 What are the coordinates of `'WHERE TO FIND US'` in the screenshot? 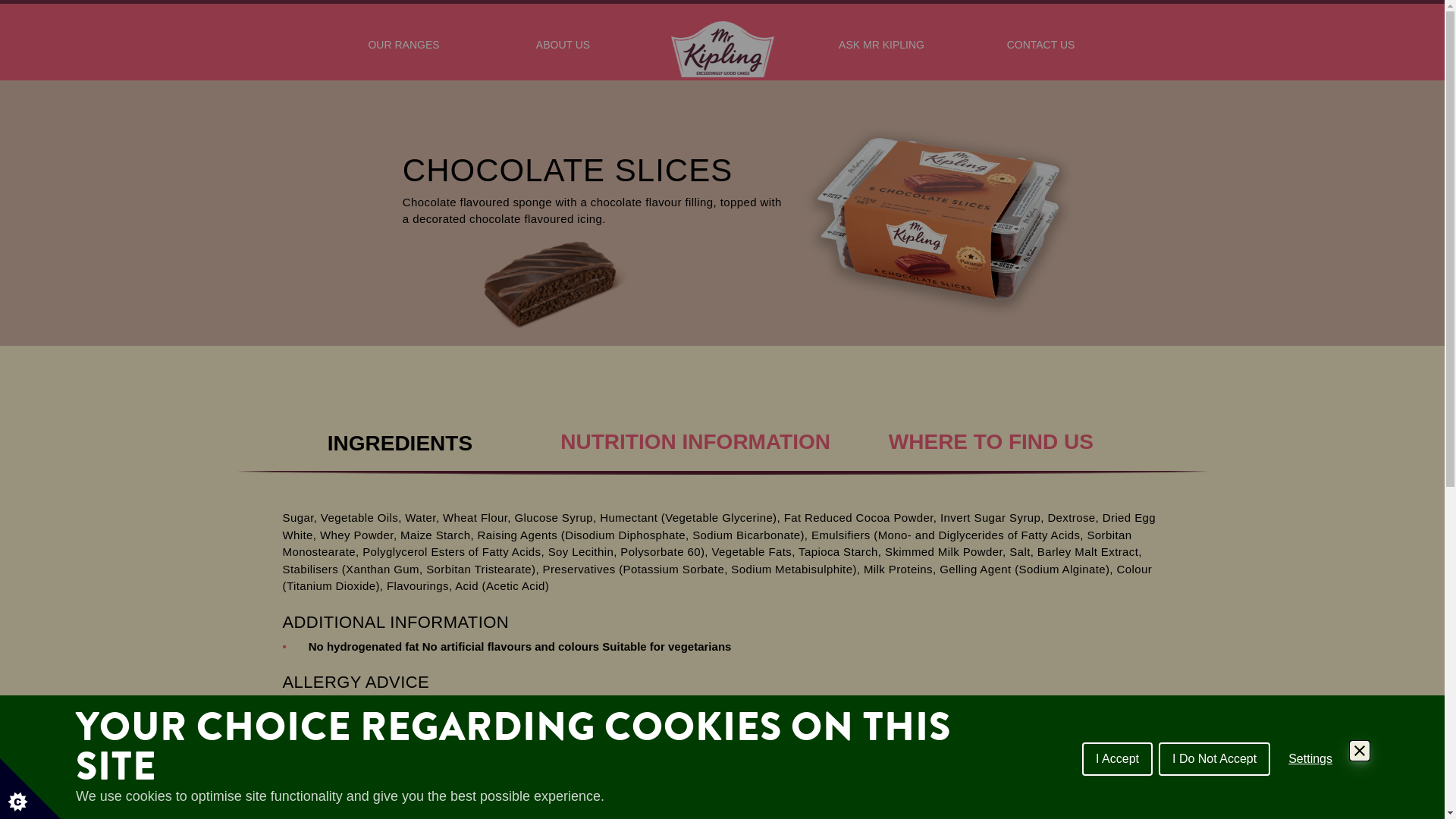 It's located at (990, 426).